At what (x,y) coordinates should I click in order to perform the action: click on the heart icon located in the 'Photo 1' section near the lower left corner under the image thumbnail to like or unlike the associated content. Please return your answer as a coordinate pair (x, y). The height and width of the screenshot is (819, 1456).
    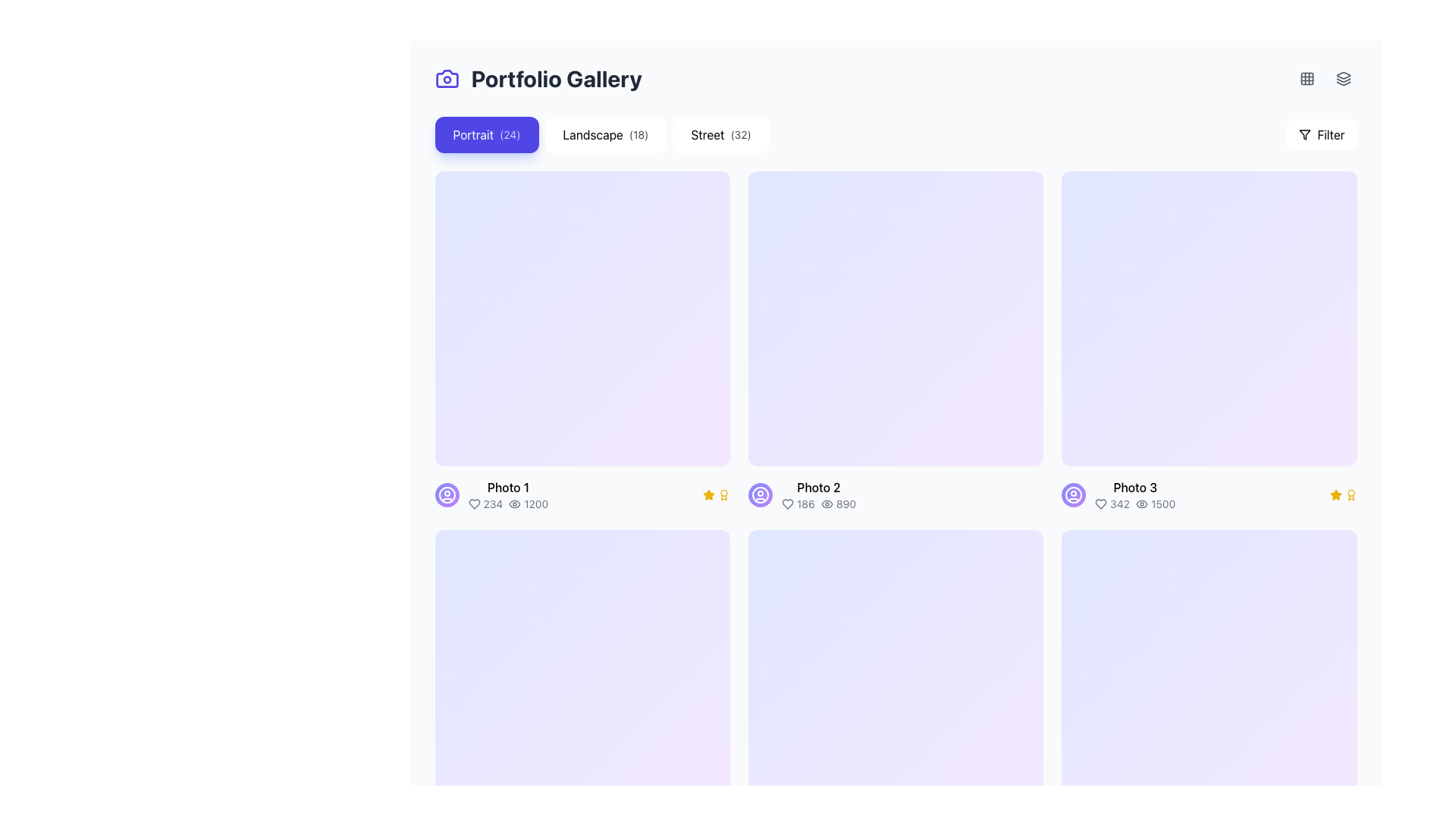
    Looking at the image, I should click on (473, 504).